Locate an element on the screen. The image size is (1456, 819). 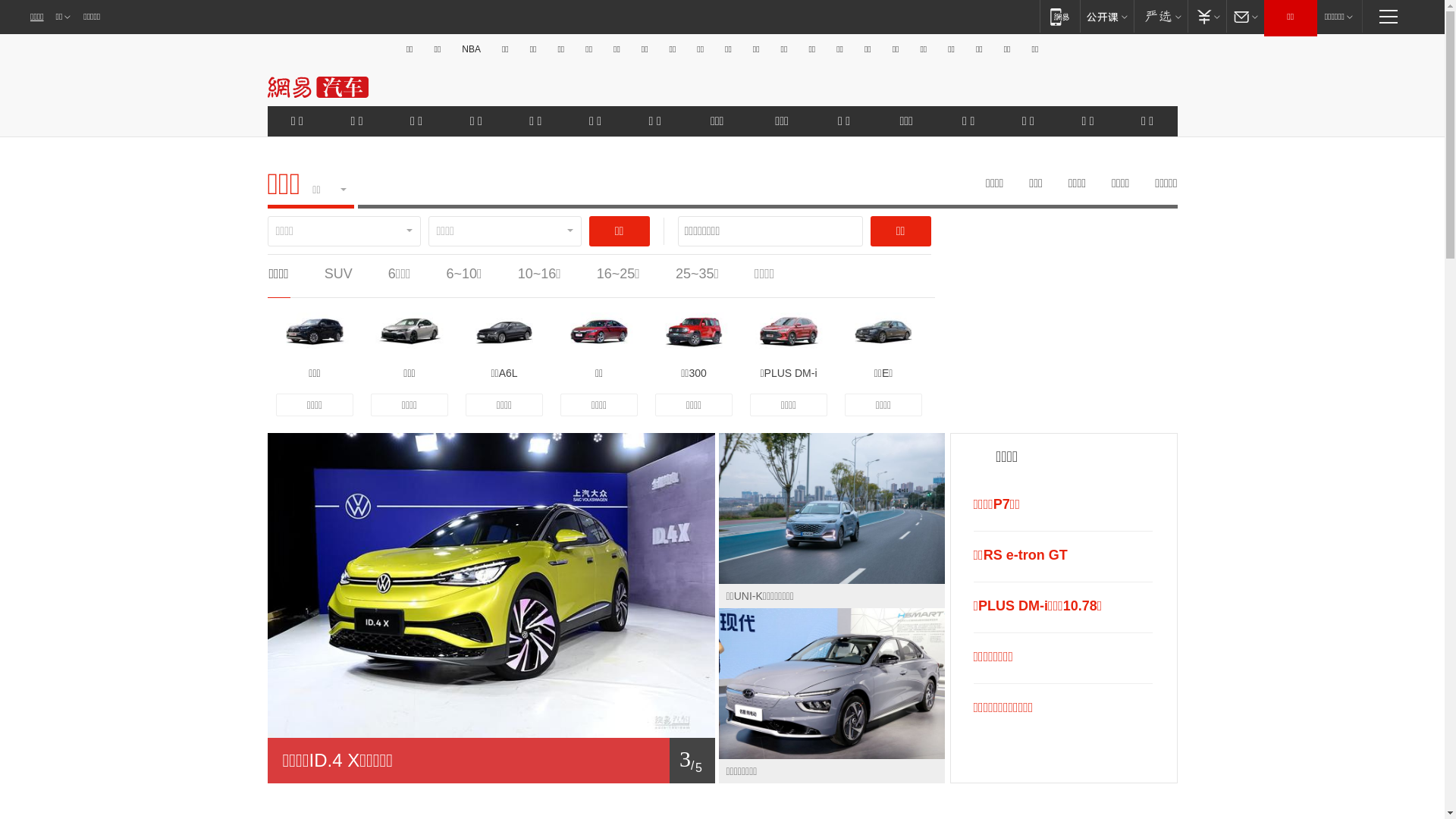
'NBA' is located at coordinates (470, 49).